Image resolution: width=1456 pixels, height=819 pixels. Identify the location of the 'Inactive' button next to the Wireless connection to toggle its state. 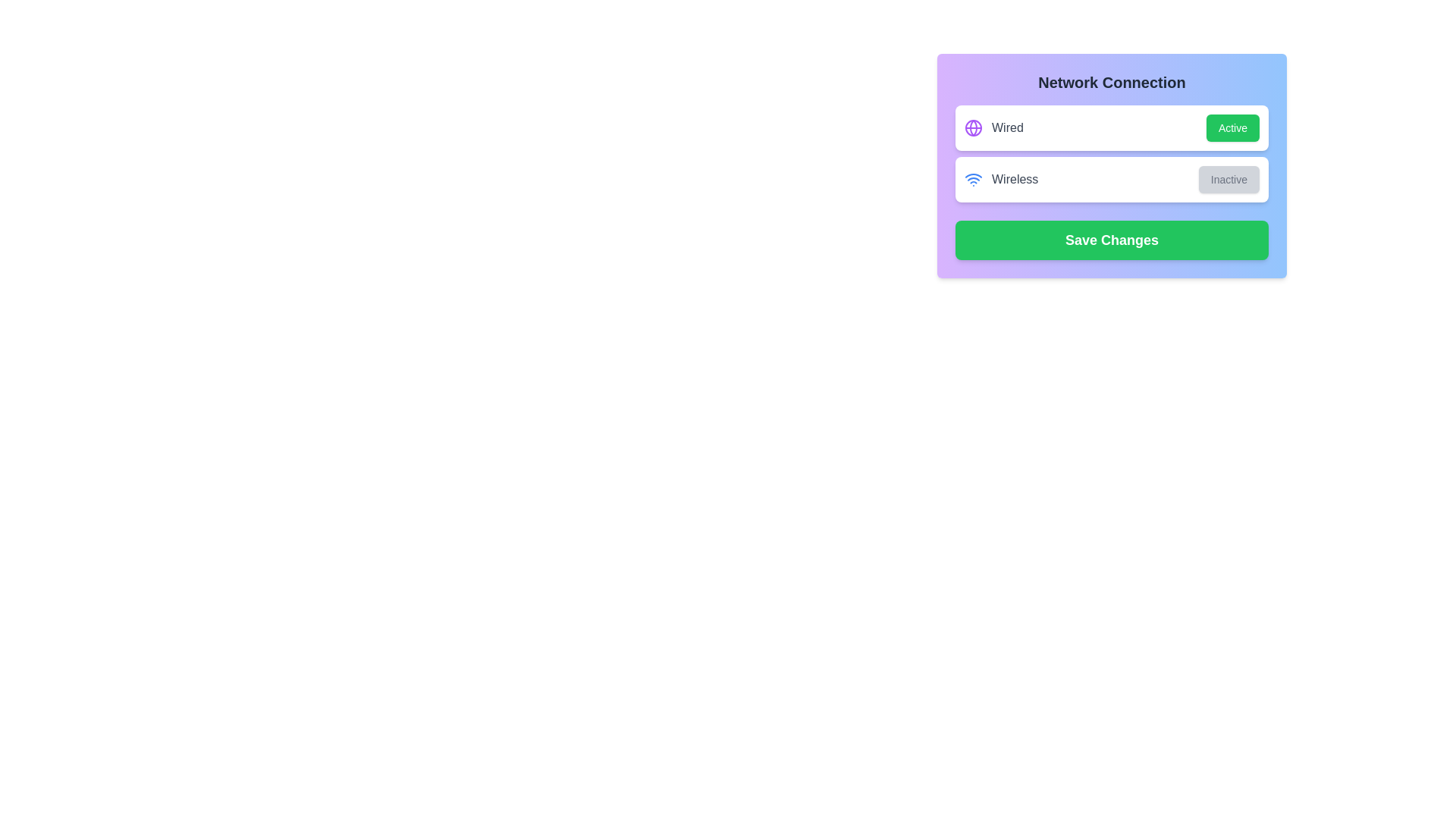
(1228, 178).